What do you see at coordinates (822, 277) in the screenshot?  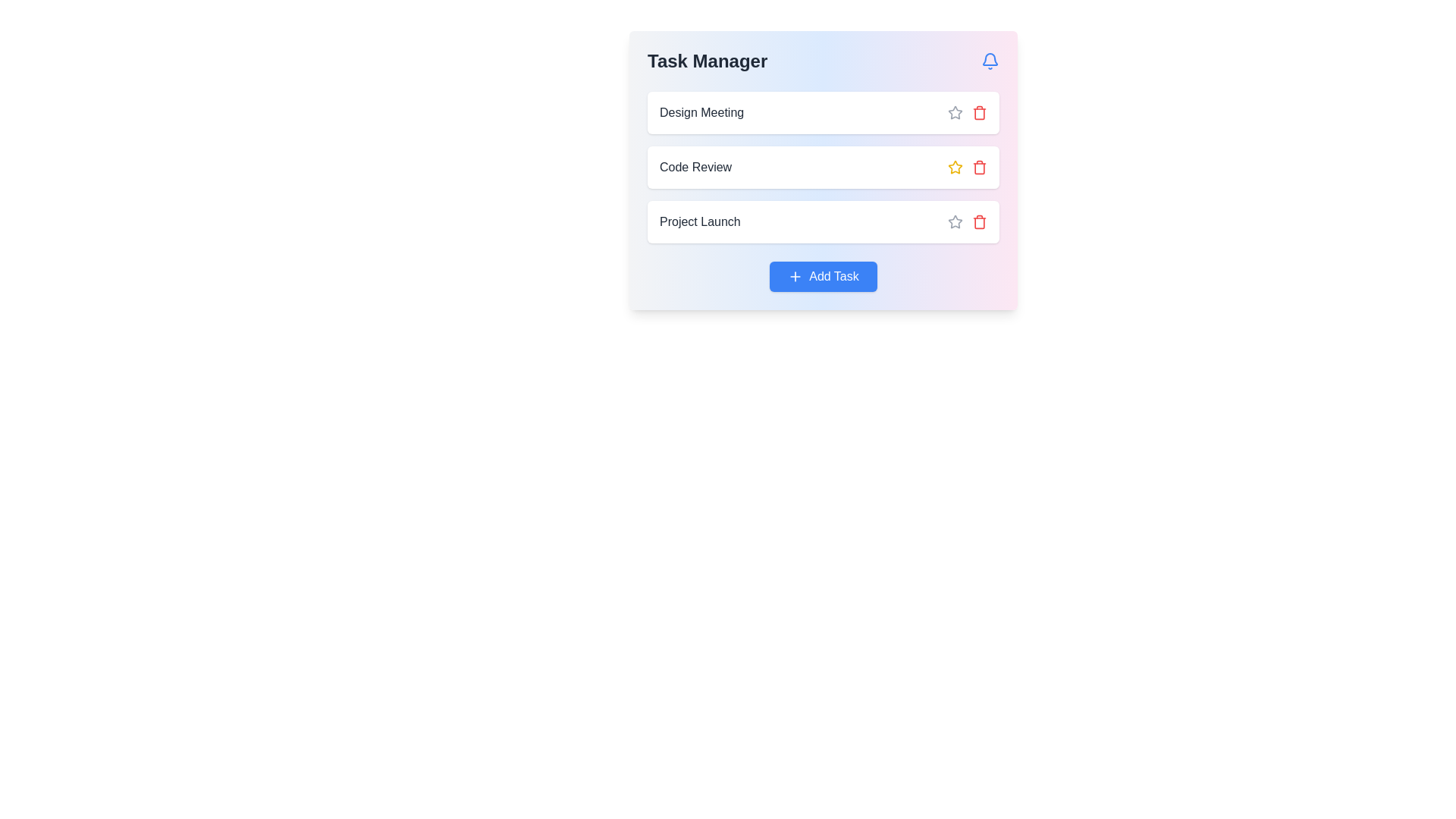 I see `the button at the bottom center of the 'Task Manager' interface` at bounding box center [822, 277].